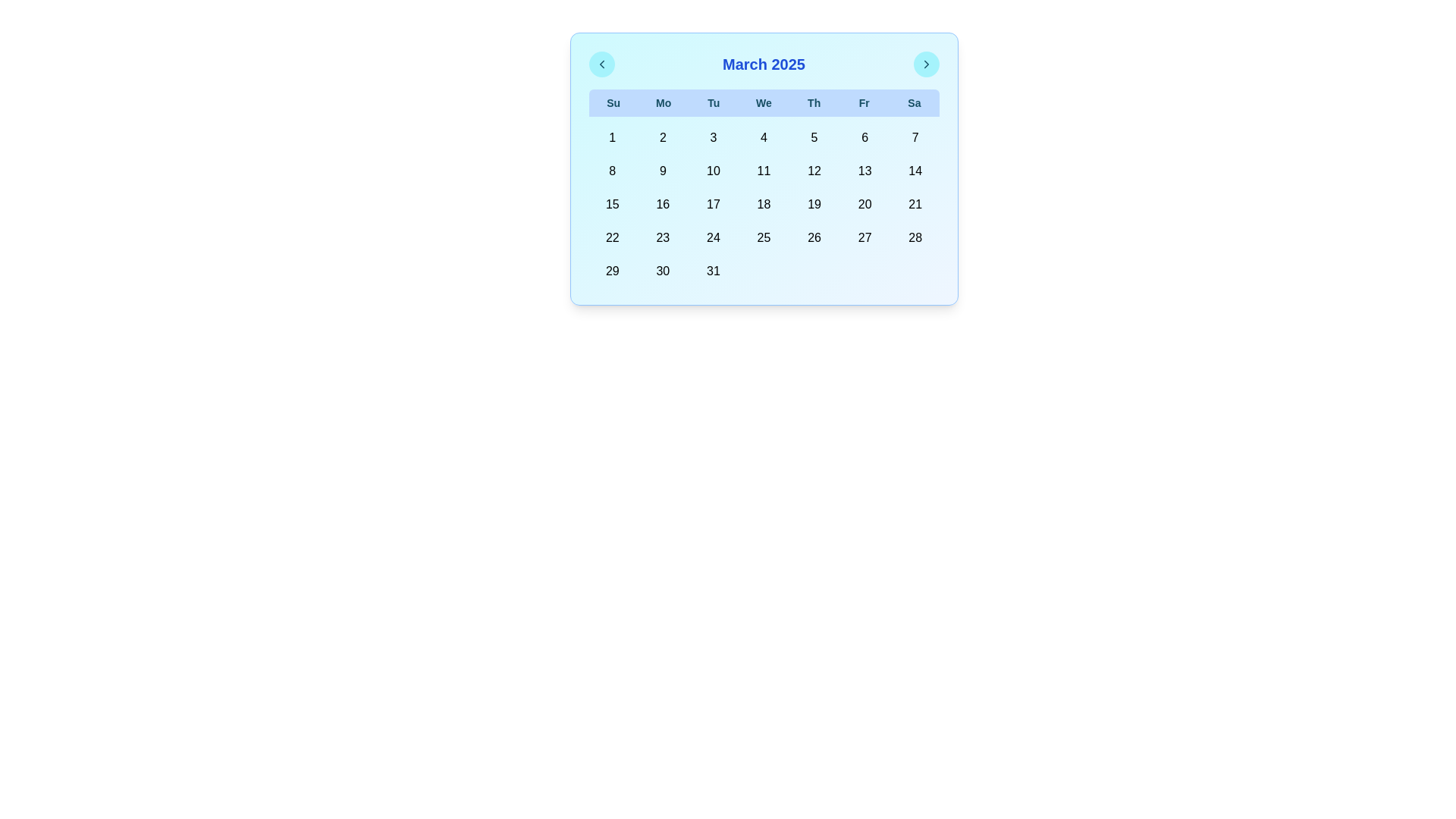 This screenshot has height=819, width=1456. What do you see at coordinates (915, 205) in the screenshot?
I see `the square button displaying the number '21'` at bounding box center [915, 205].